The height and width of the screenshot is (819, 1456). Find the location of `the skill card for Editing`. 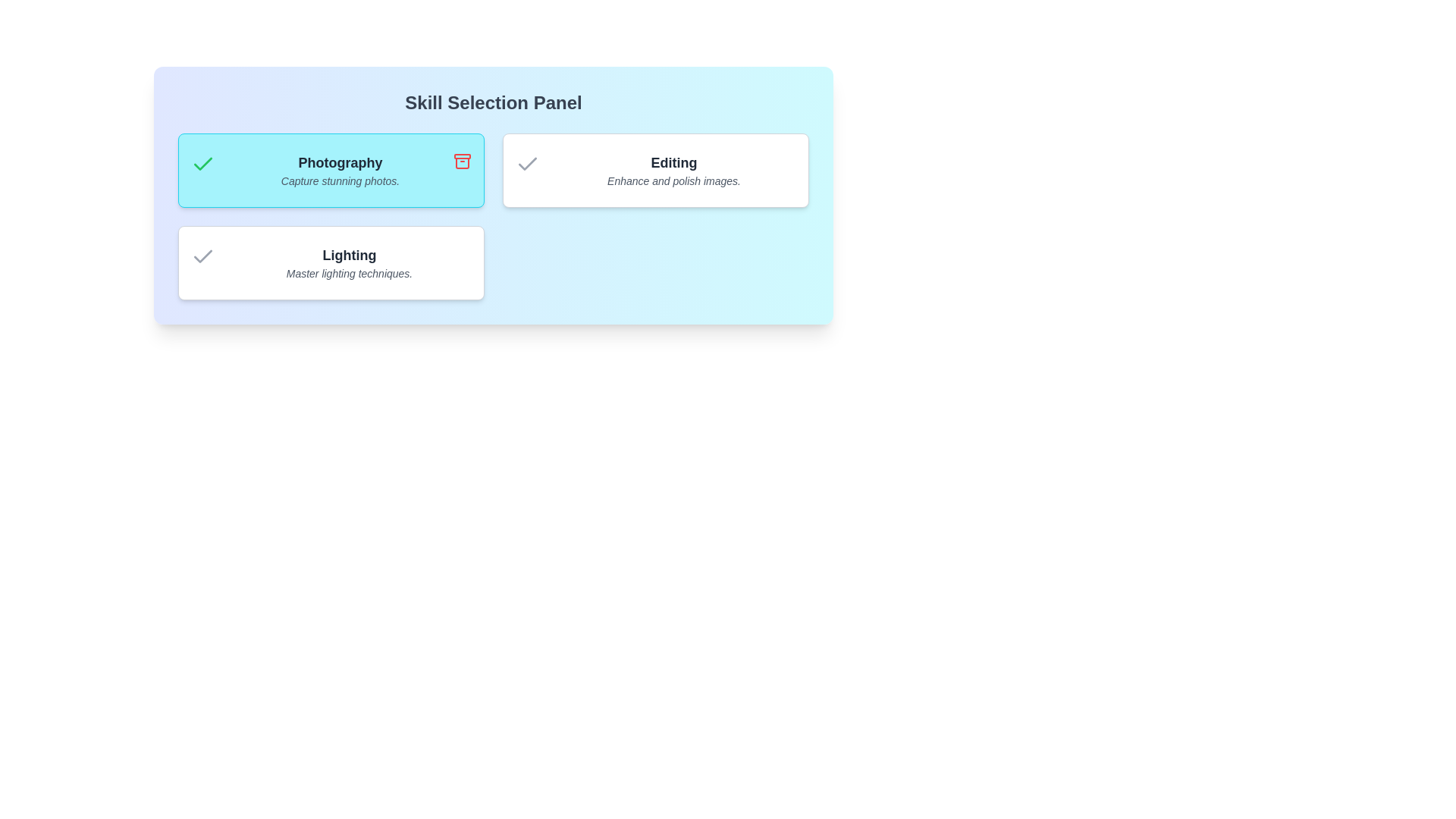

the skill card for Editing is located at coordinates (655, 170).